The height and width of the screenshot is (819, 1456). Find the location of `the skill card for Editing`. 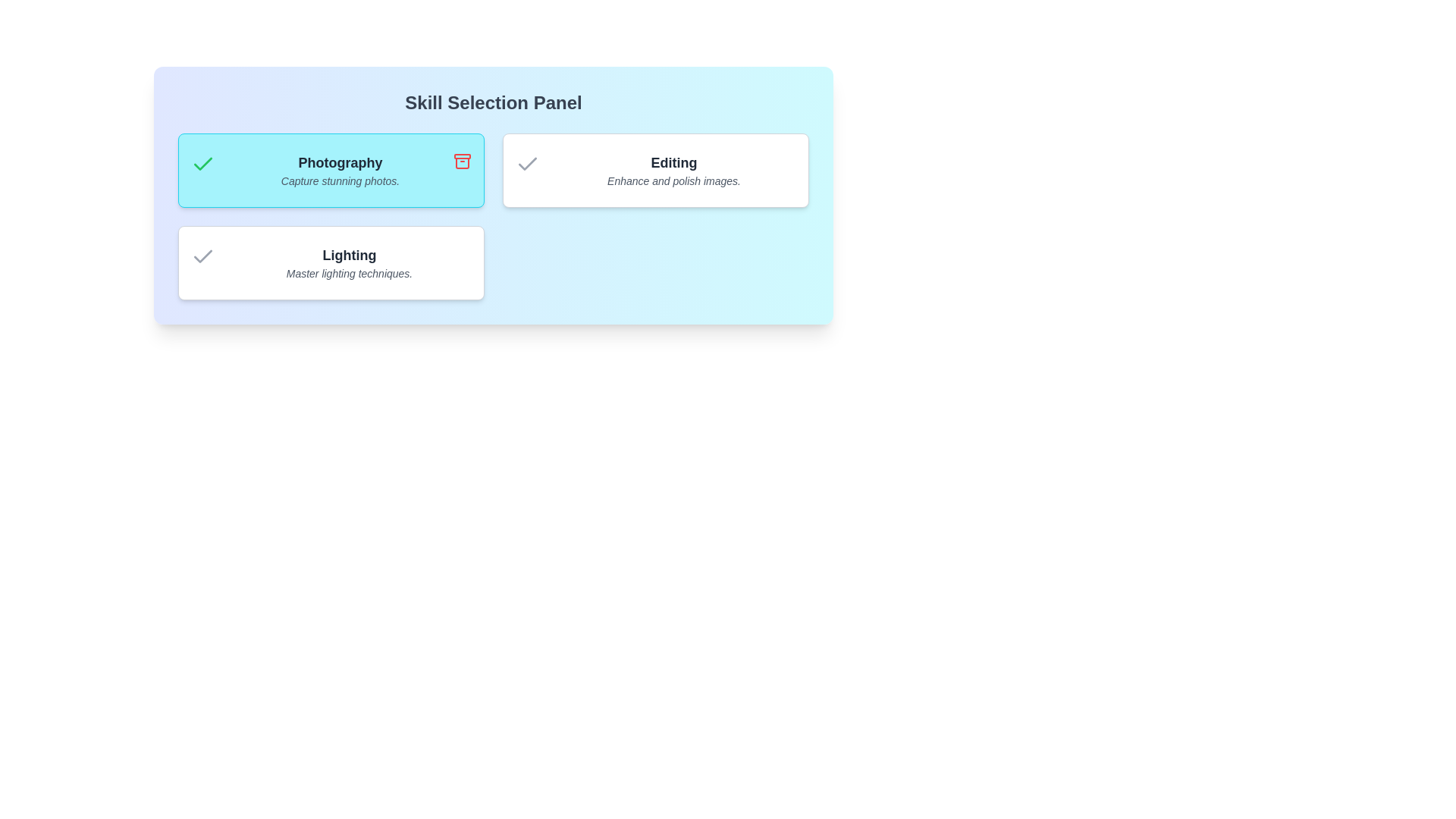

the skill card for Editing is located at coordinates (655, 170).